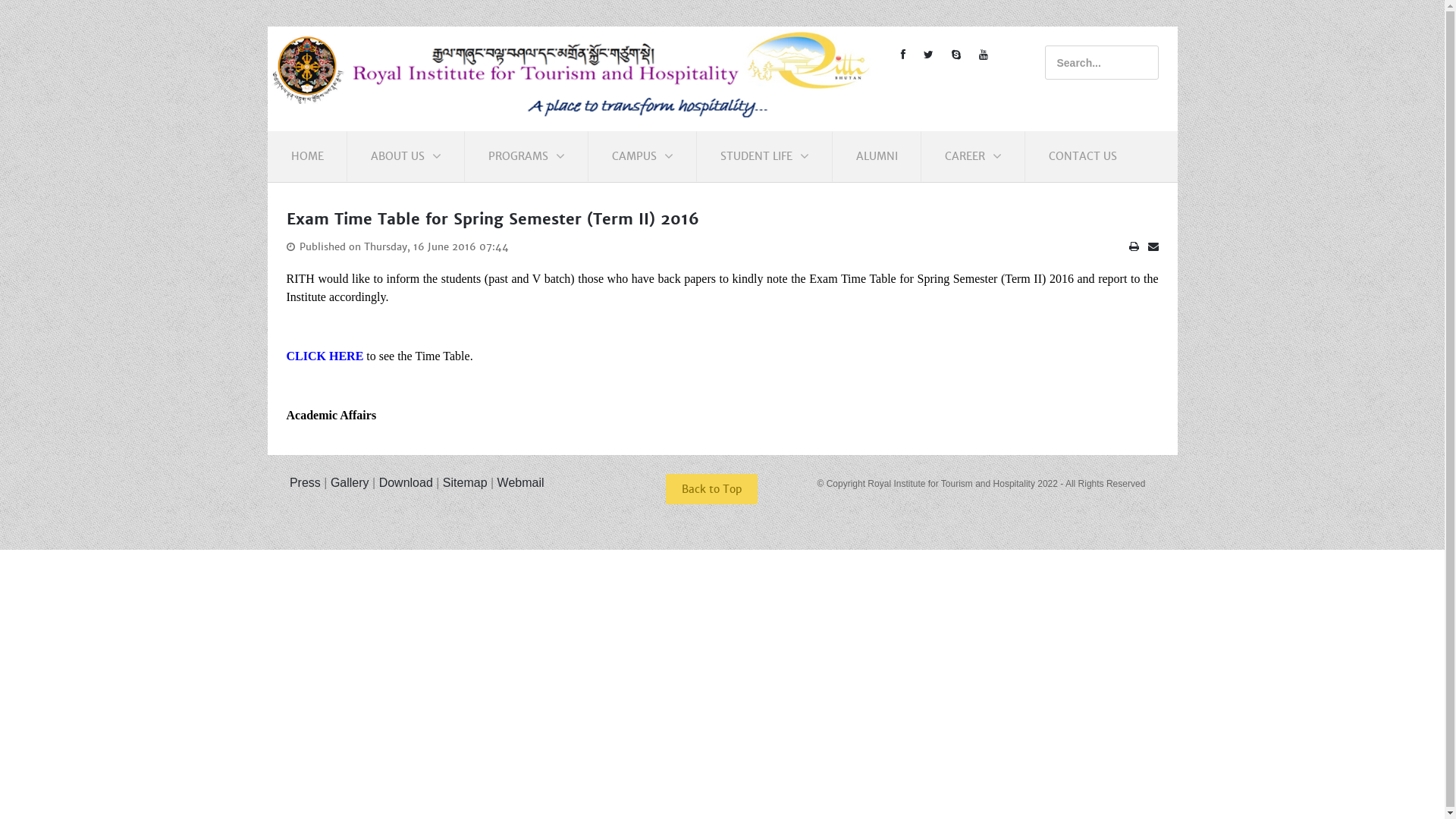  Describe the element at coordinates (464, 482) in the screenshot. I see `'Sitemap'` at that location.